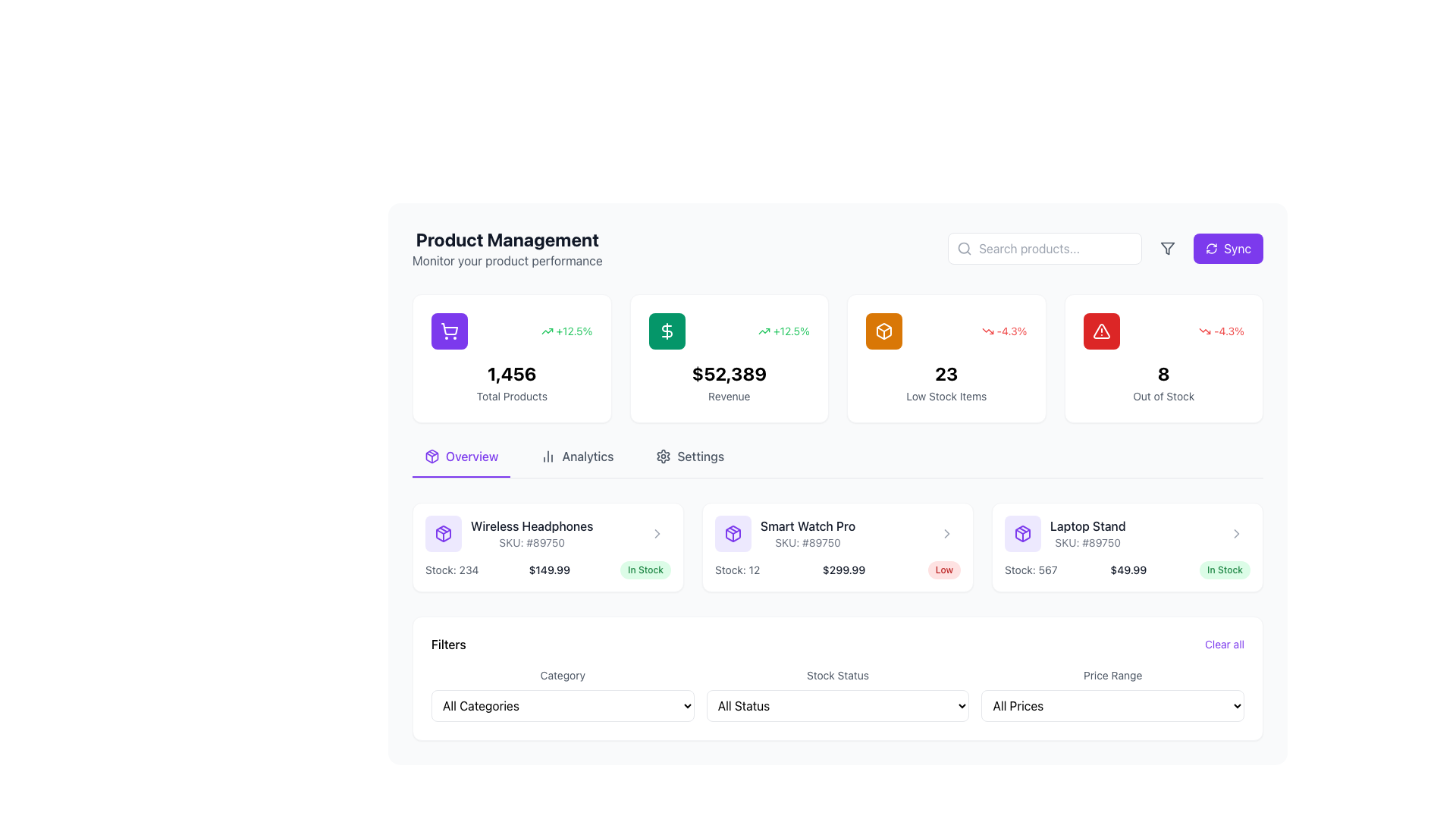 This screenshot has height=819, width=1456. Describe the element at coordinates (946, 330) in the screenshot. I see `the text displaying '-4.3%' in red, which is accompanied by a downward trend arrow, located in the upper section of the 'Low Stock Items' card on the dashboard` at that location.